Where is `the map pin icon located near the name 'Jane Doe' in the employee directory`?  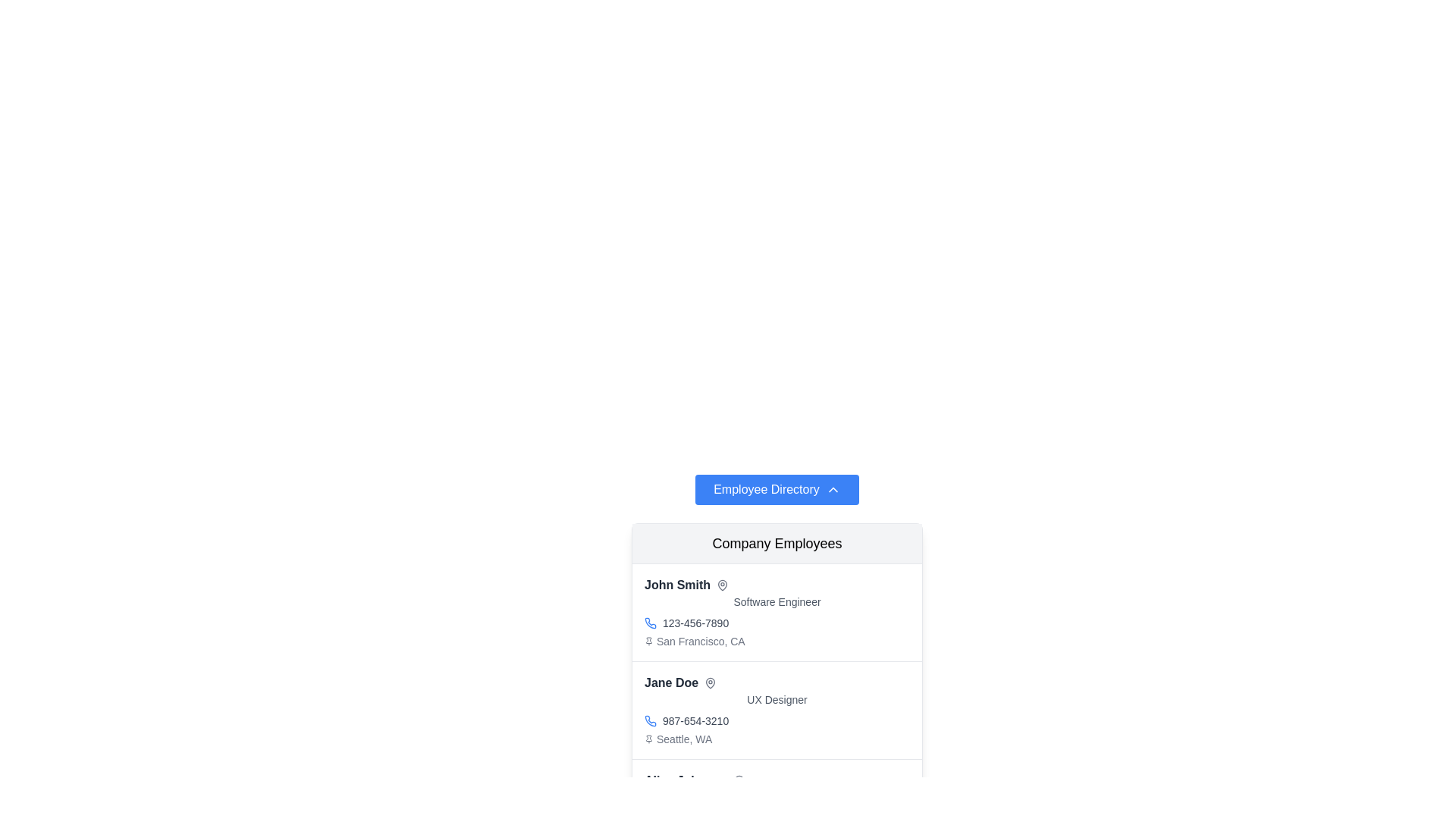
the map pin icon located near the name 'Jane Doe' in the employee directory is located at coordinates (710, 683).